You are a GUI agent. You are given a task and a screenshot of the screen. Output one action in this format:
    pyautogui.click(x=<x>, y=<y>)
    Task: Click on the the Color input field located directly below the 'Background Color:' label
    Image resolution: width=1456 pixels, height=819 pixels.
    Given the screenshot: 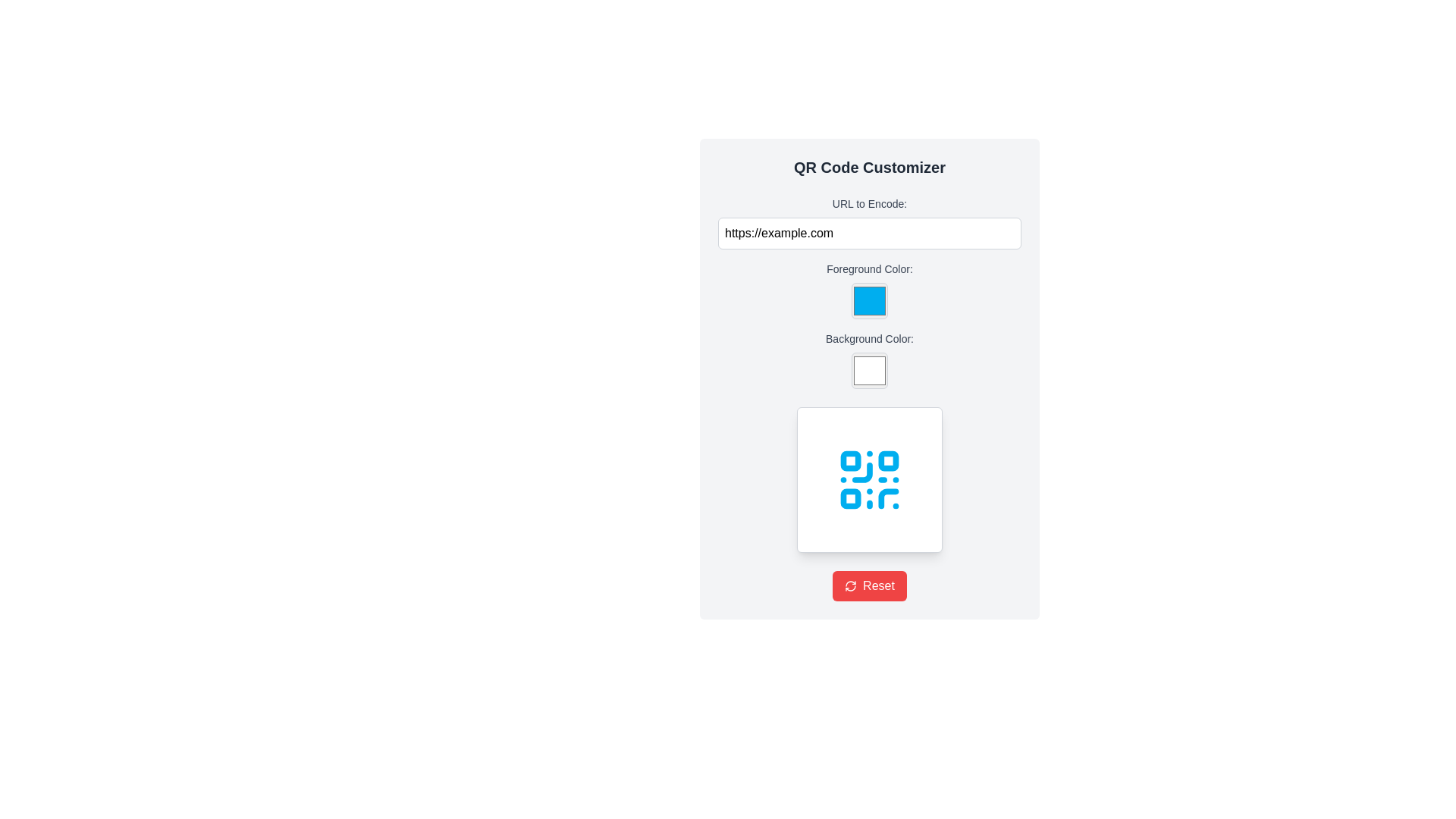 What is the action you would take?
    pyautogui.click(x=870, y=371)
    